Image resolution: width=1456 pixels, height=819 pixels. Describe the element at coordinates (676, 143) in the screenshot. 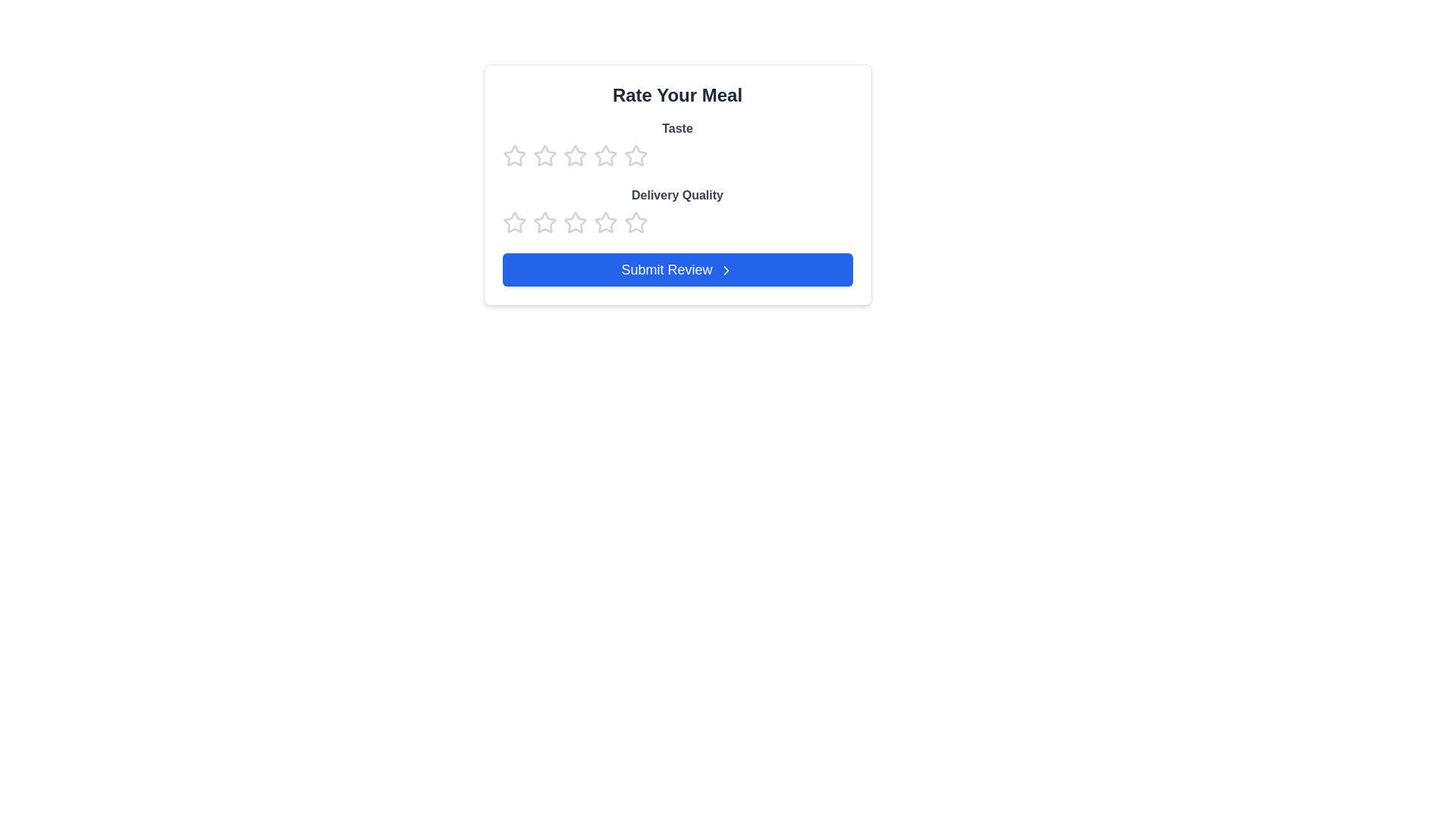

I see `the 'Taste' text label` at that location.